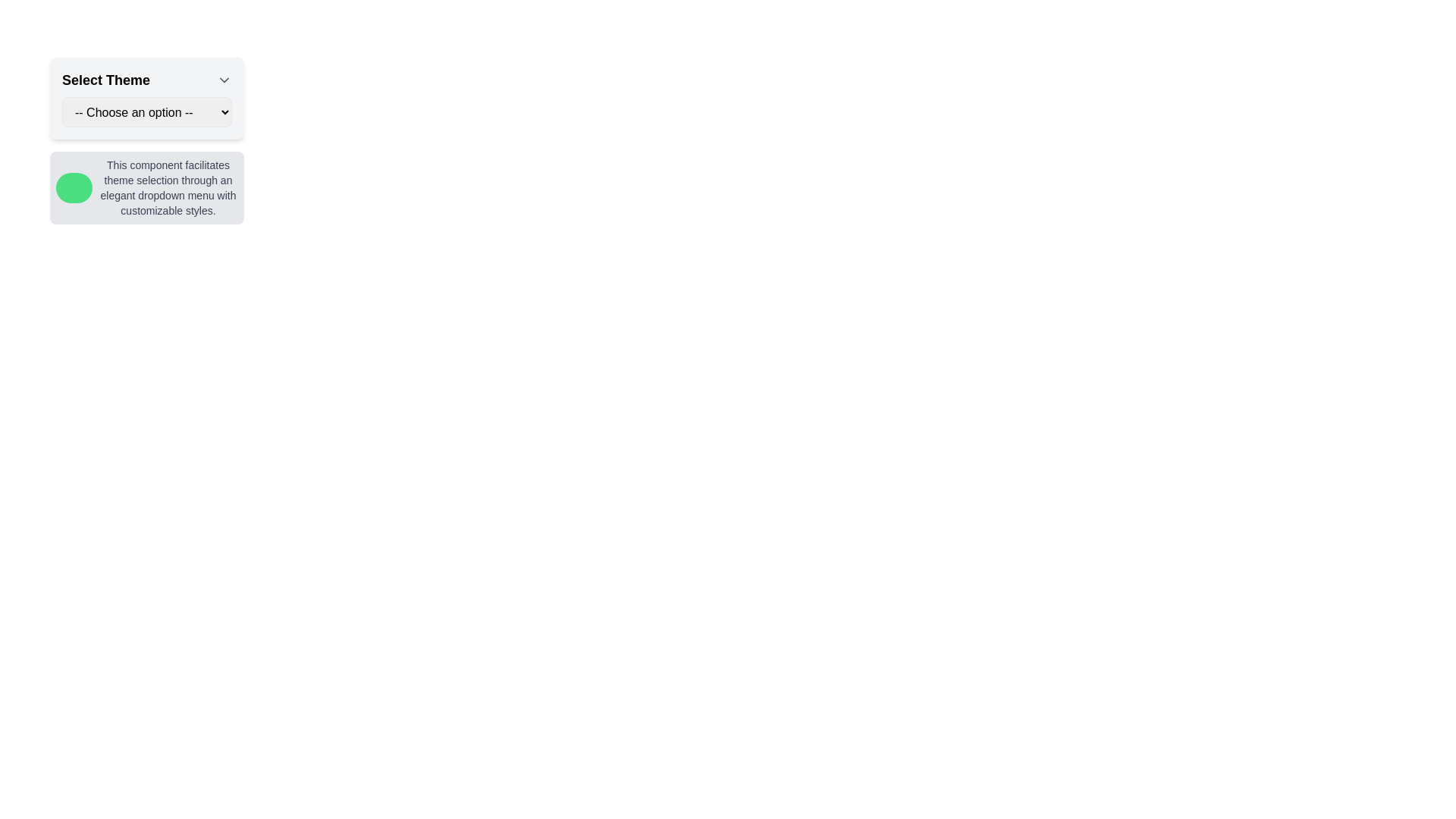 The width and height of the screenshot is (1456, 819). I want to click on the Informational Display element located directly under the 'Select Theme' dropdown menu, which provides information about theme selection functionality, so click(146, 187).